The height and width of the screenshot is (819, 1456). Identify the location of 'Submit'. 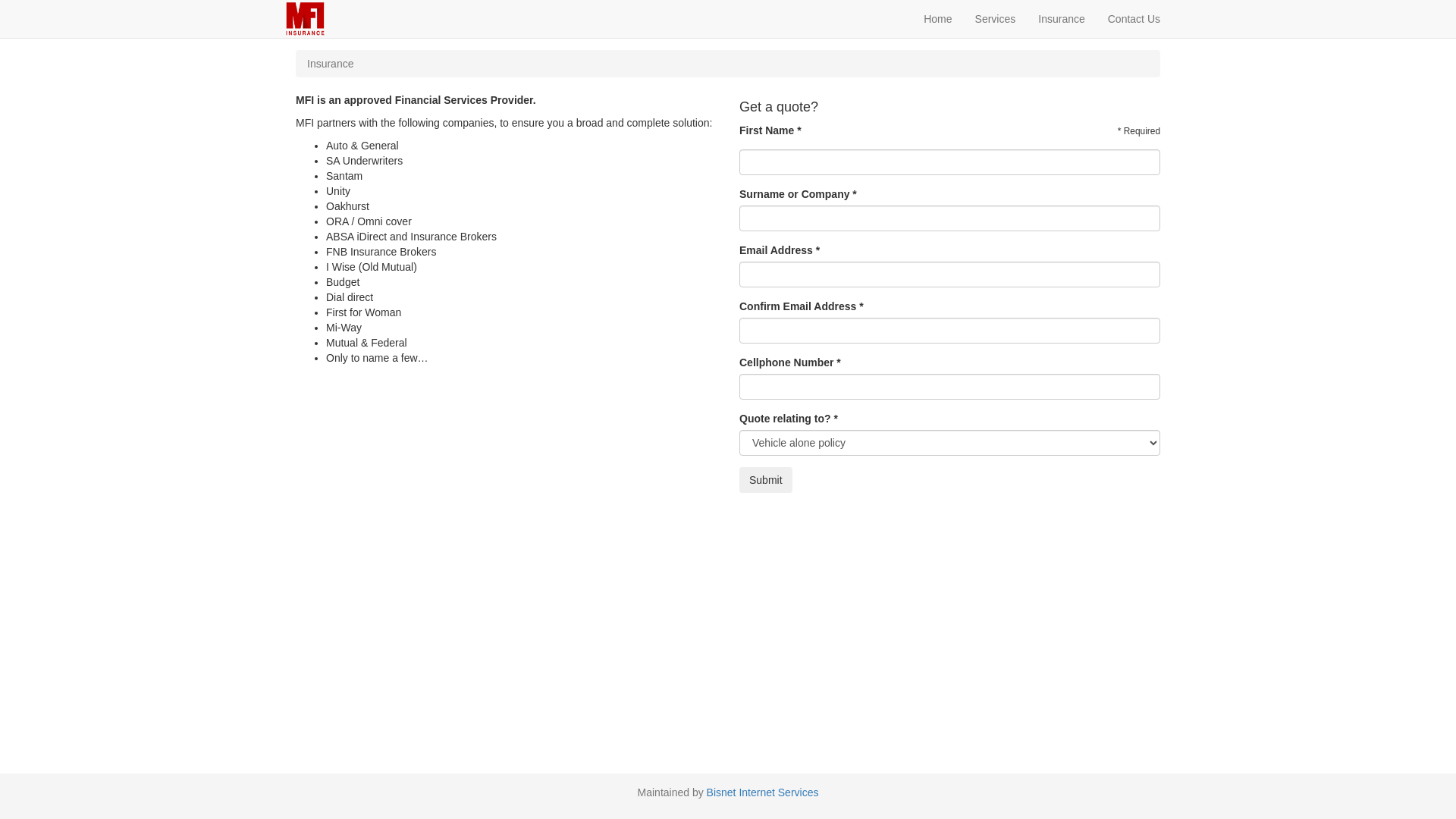
(765, 479).